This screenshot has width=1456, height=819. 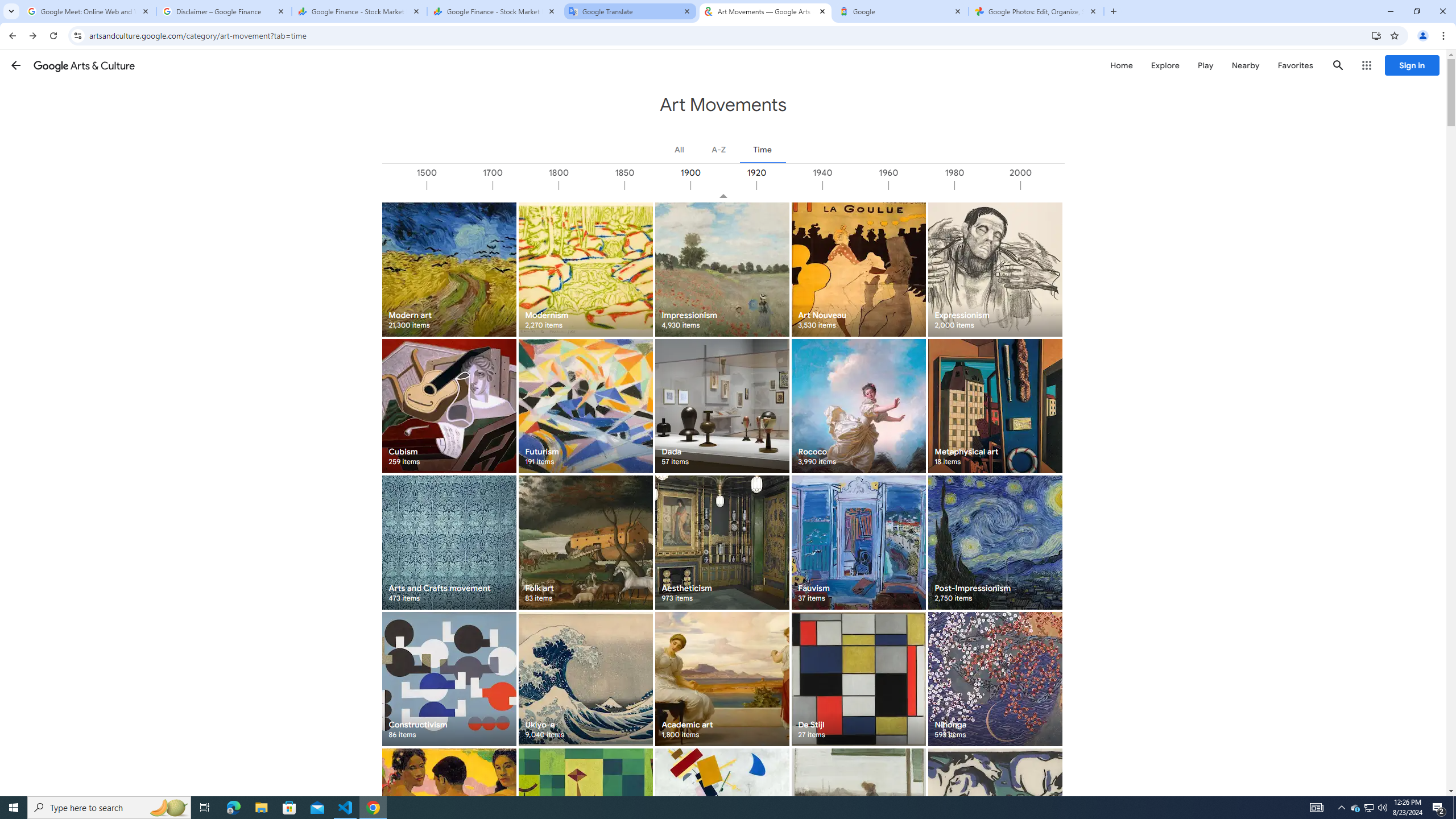 What do you see at coordinates (723, 185) in the screenshot?
I see `'1900'` at bounding box center [723, 185].